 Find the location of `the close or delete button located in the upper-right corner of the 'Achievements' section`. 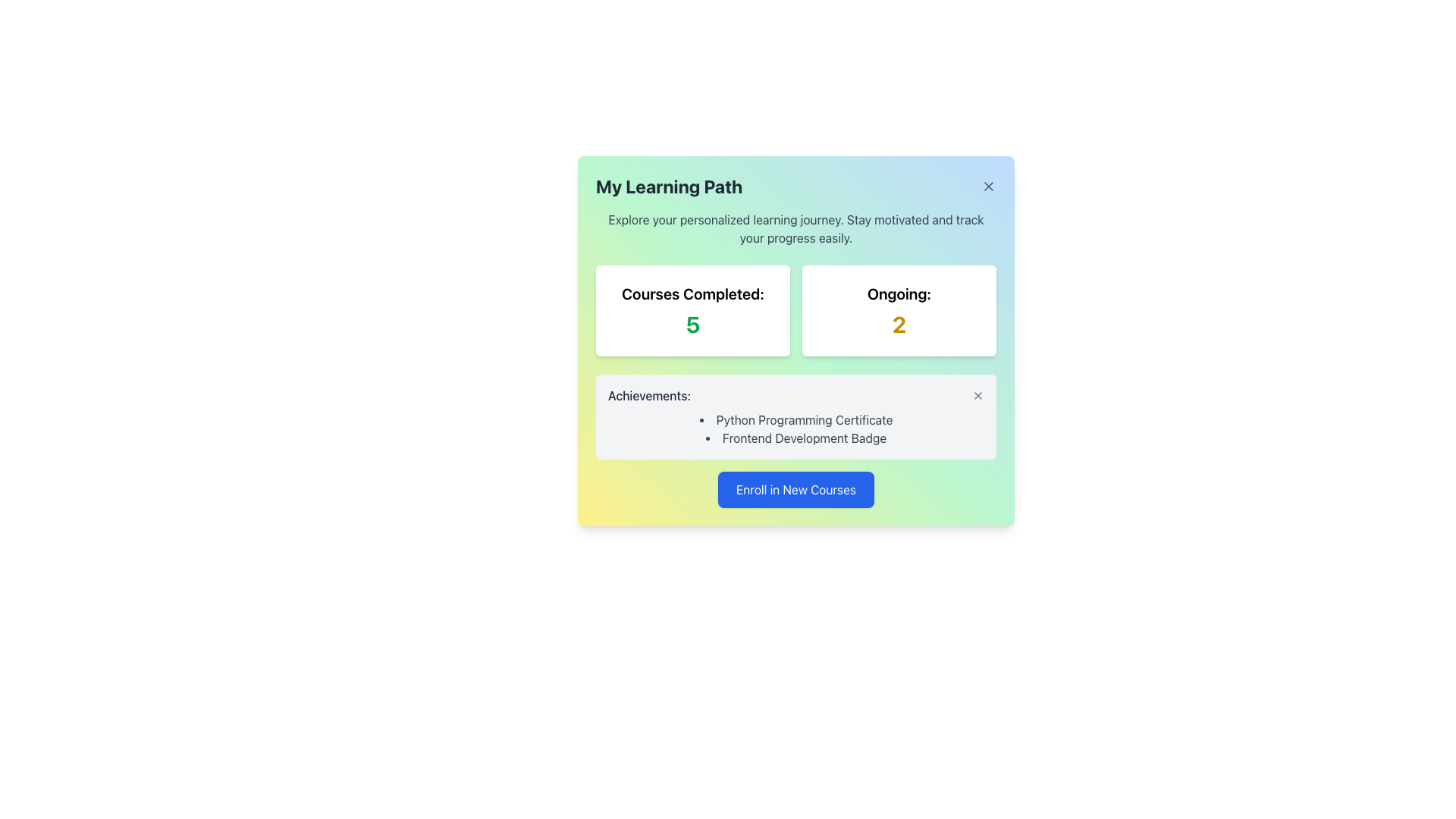

the close or delete button located in the upper-right corner of the 'Achievements' section is located at coordinates (978, 394).